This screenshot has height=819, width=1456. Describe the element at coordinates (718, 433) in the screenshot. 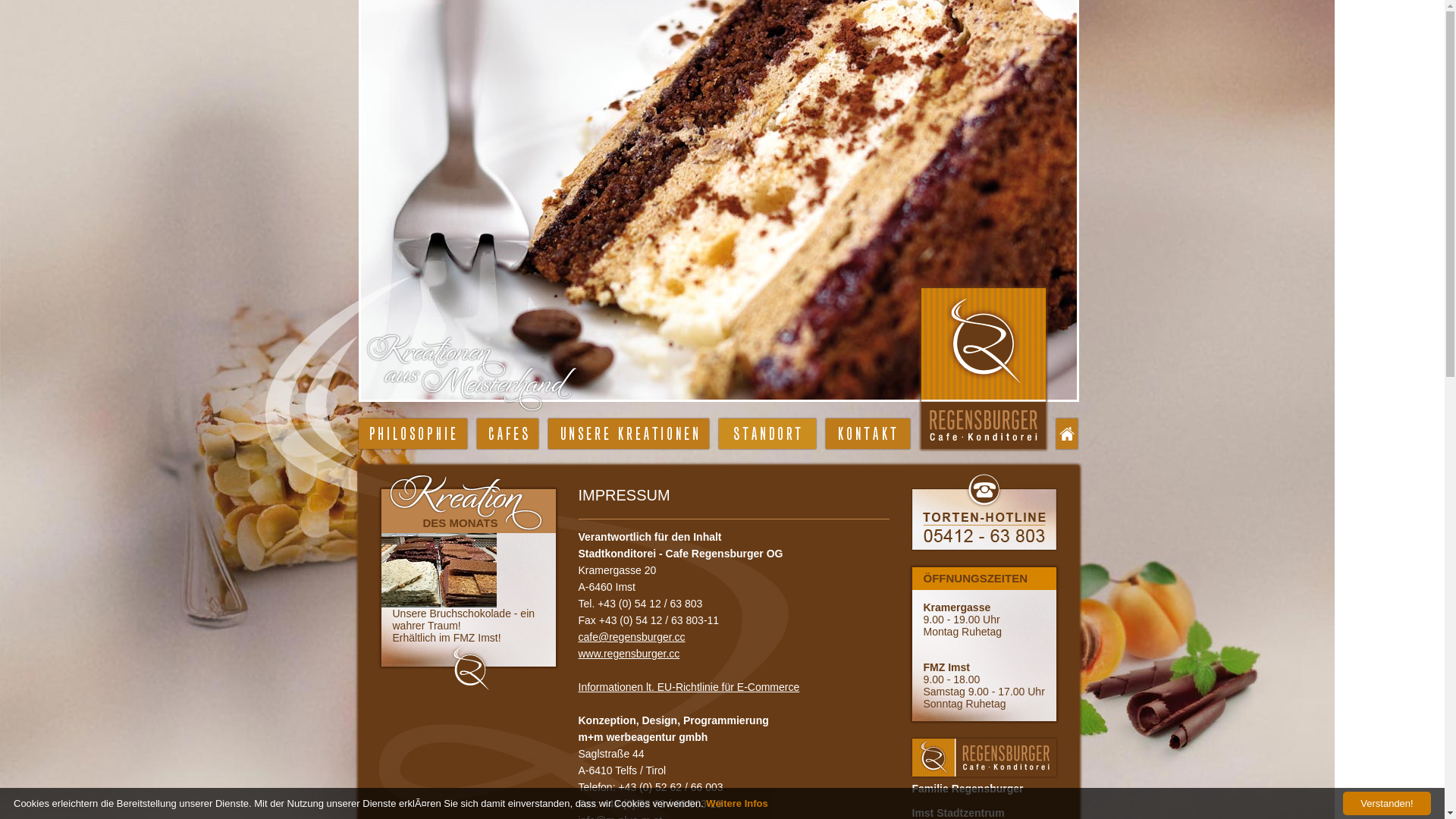

I see `'STANDORTE'` at that location.